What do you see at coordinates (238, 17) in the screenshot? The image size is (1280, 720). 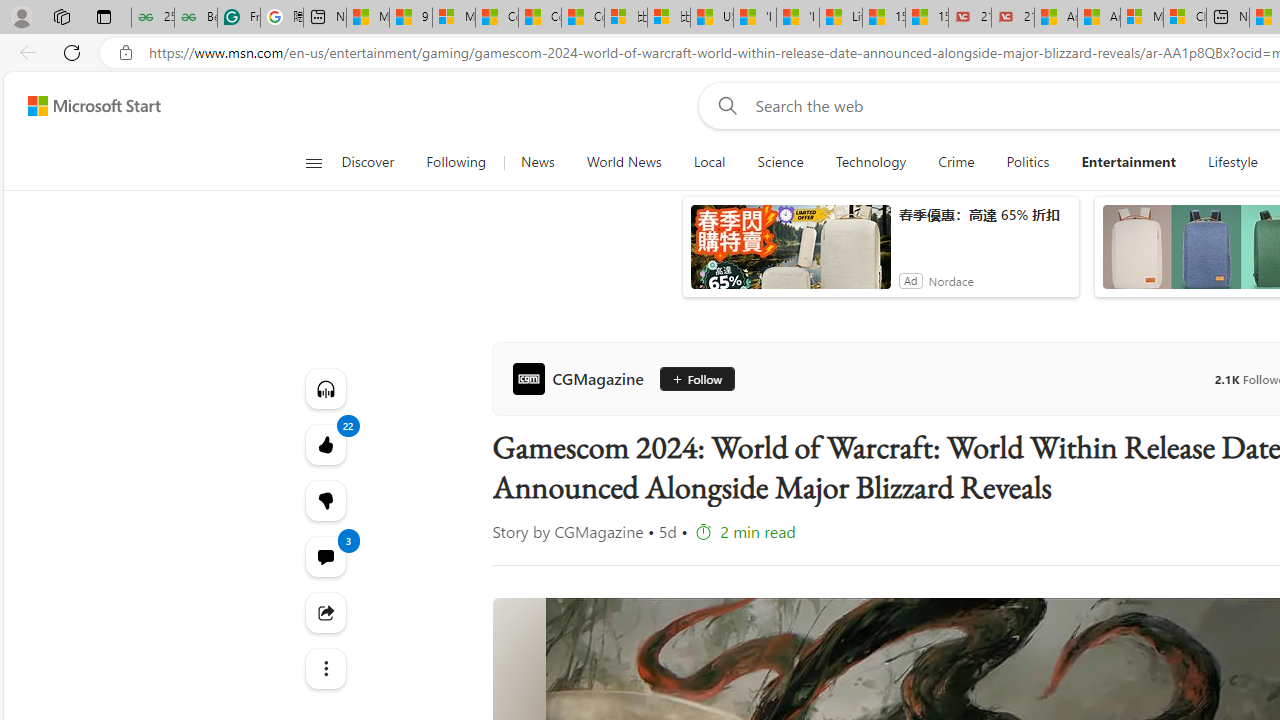 I see `'Free AI Writing Assistance for Students | Grammarly'` at bounding box center [238, 17].